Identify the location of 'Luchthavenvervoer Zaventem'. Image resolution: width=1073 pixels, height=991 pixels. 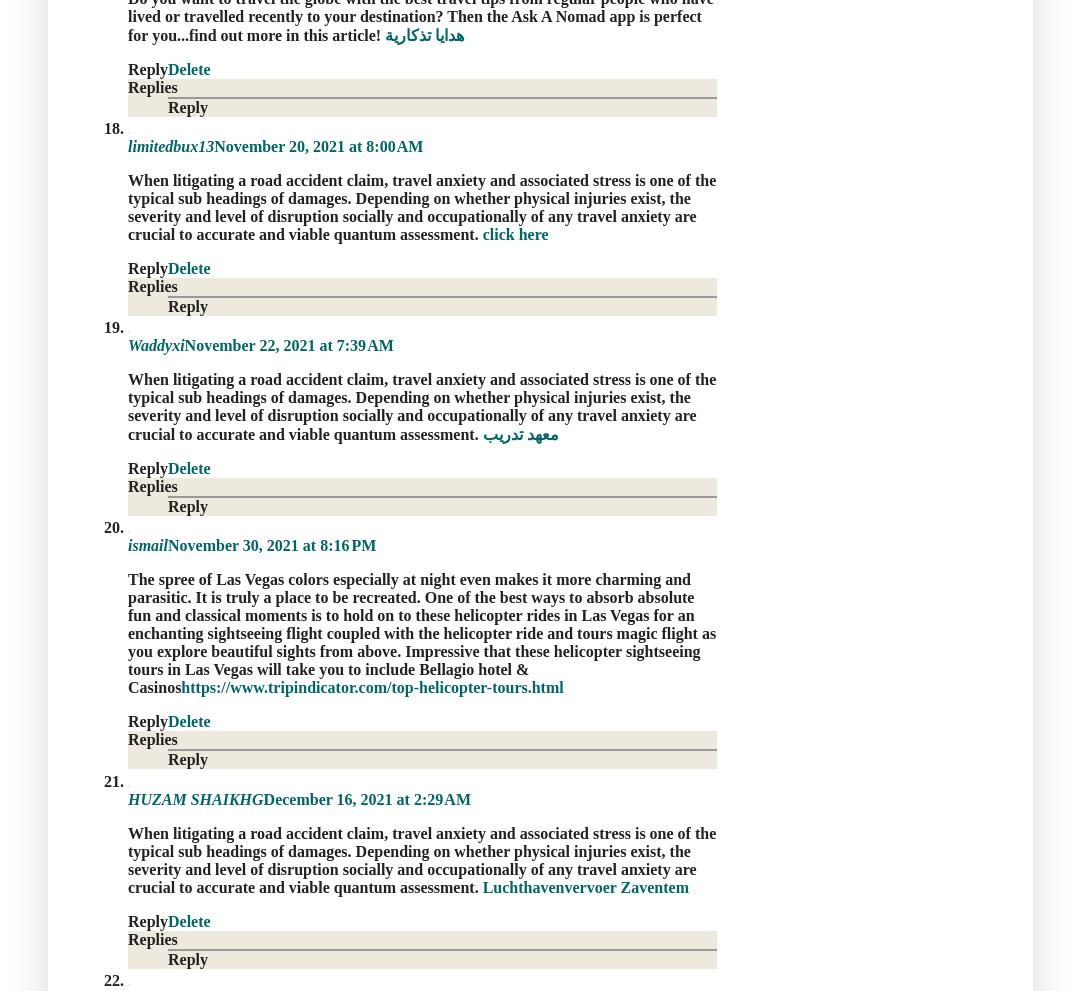
(585, 886).